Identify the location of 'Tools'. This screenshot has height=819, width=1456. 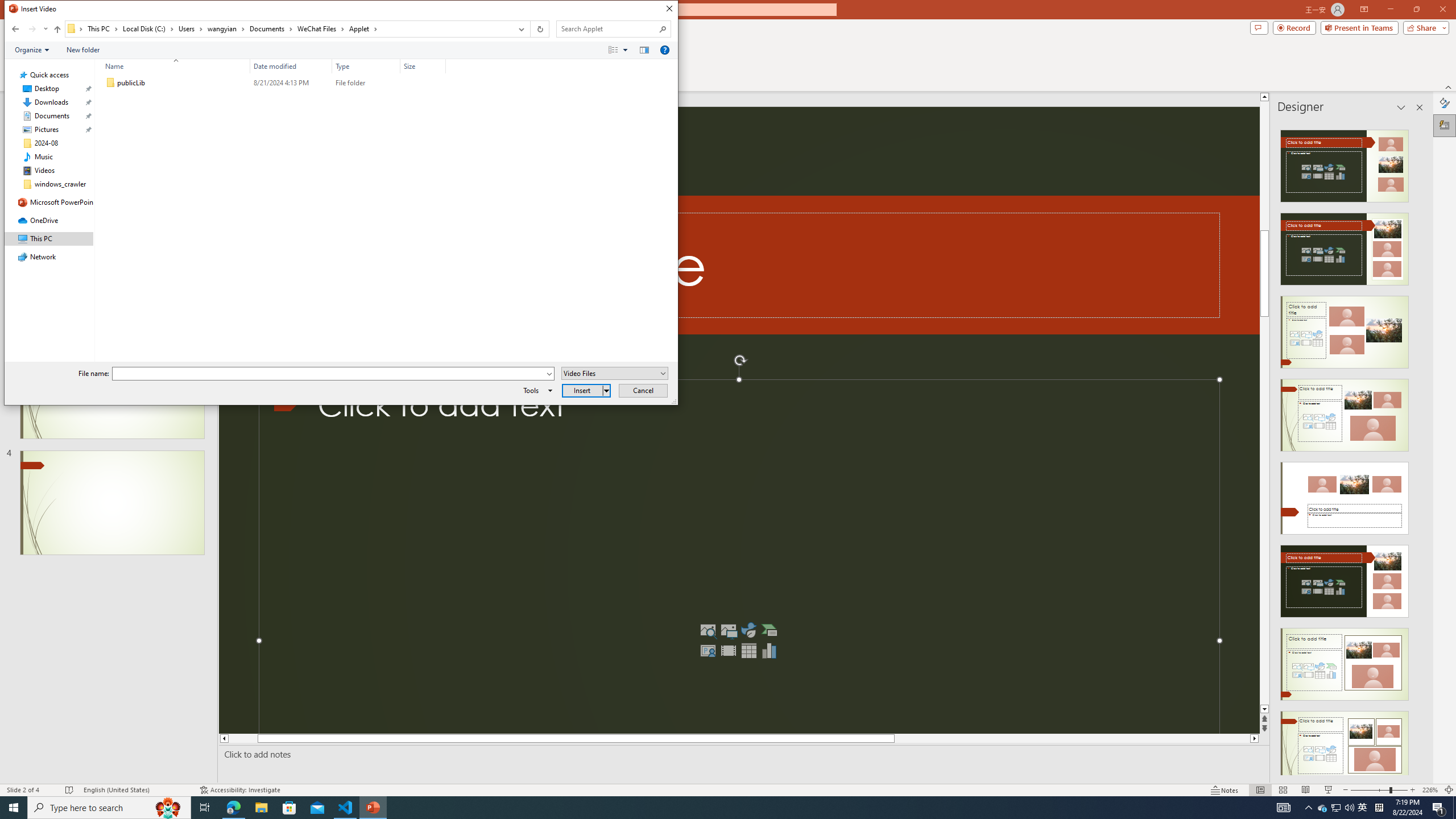
(535, 390).